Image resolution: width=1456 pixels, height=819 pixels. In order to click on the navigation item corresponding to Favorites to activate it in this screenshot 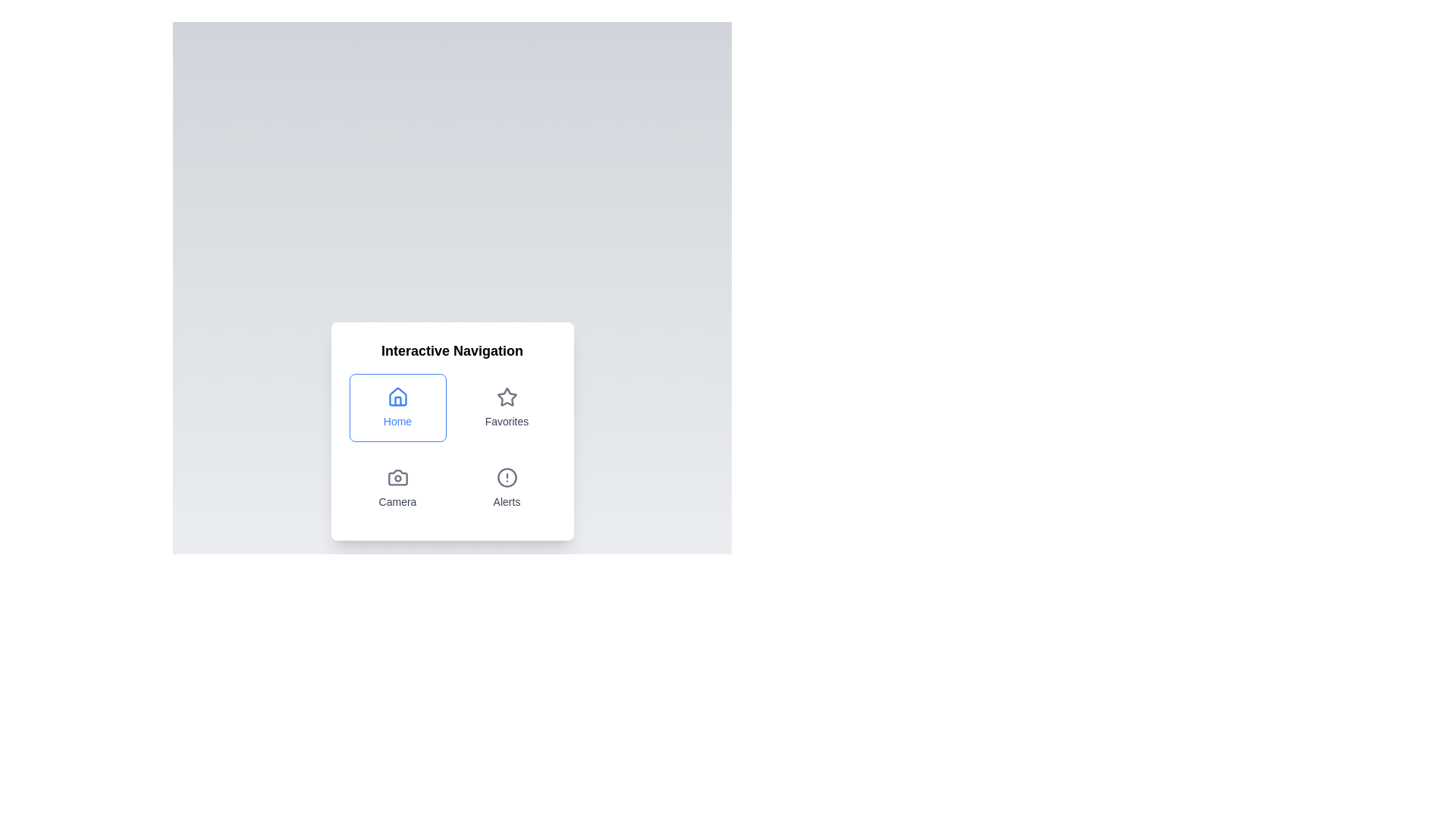, I will do `click(507, 406)`.